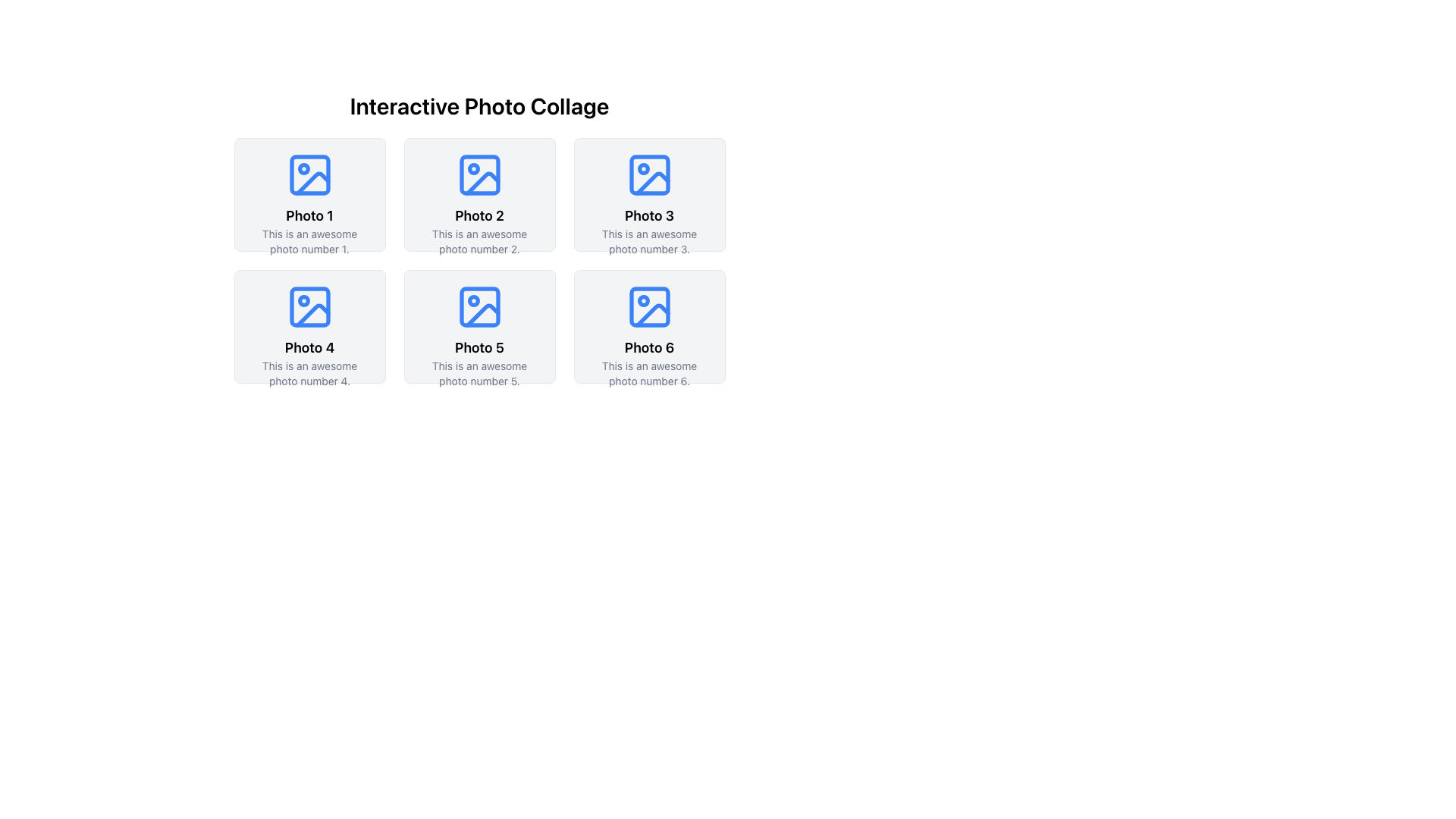 This screenshot has height=819, width=1456. What do you see at coordinates (649, 241) in the screenshot?
I see `the text block that contains the gray text 'This is an awesome photo number 3.' located below the bold title 'Photo 3' within the third card of a 3x2 grid` at bounding box center [649, 241].